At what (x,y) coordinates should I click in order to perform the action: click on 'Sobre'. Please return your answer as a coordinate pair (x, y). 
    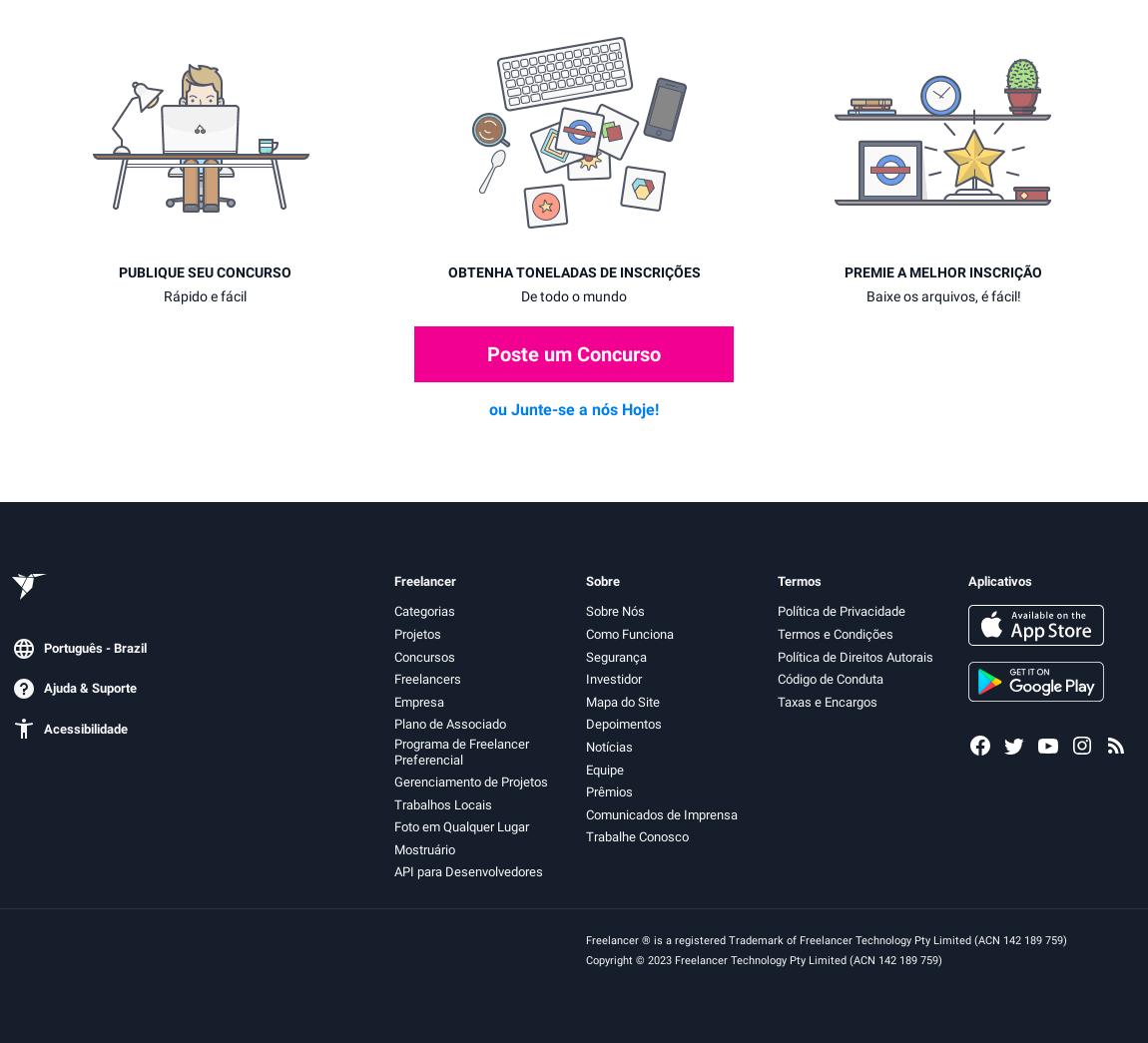
    Looking at the image, I should click on (600, 579).